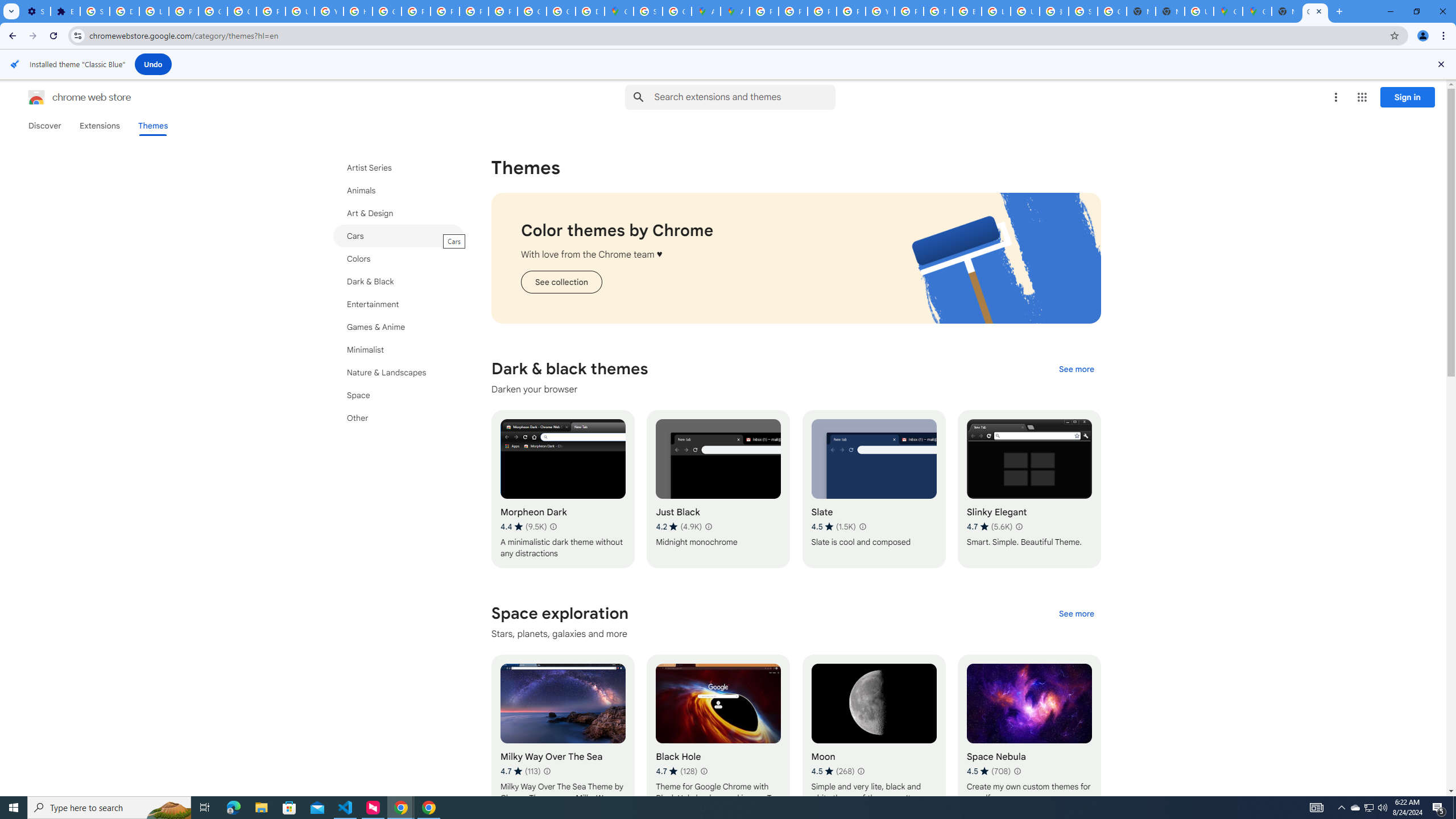 The image size is (1456, 819). Describe the element at coordinates (552, 526) in the screenshot. I see `'Learn more about results and reviews "Morpheon Dark"'` at that location.